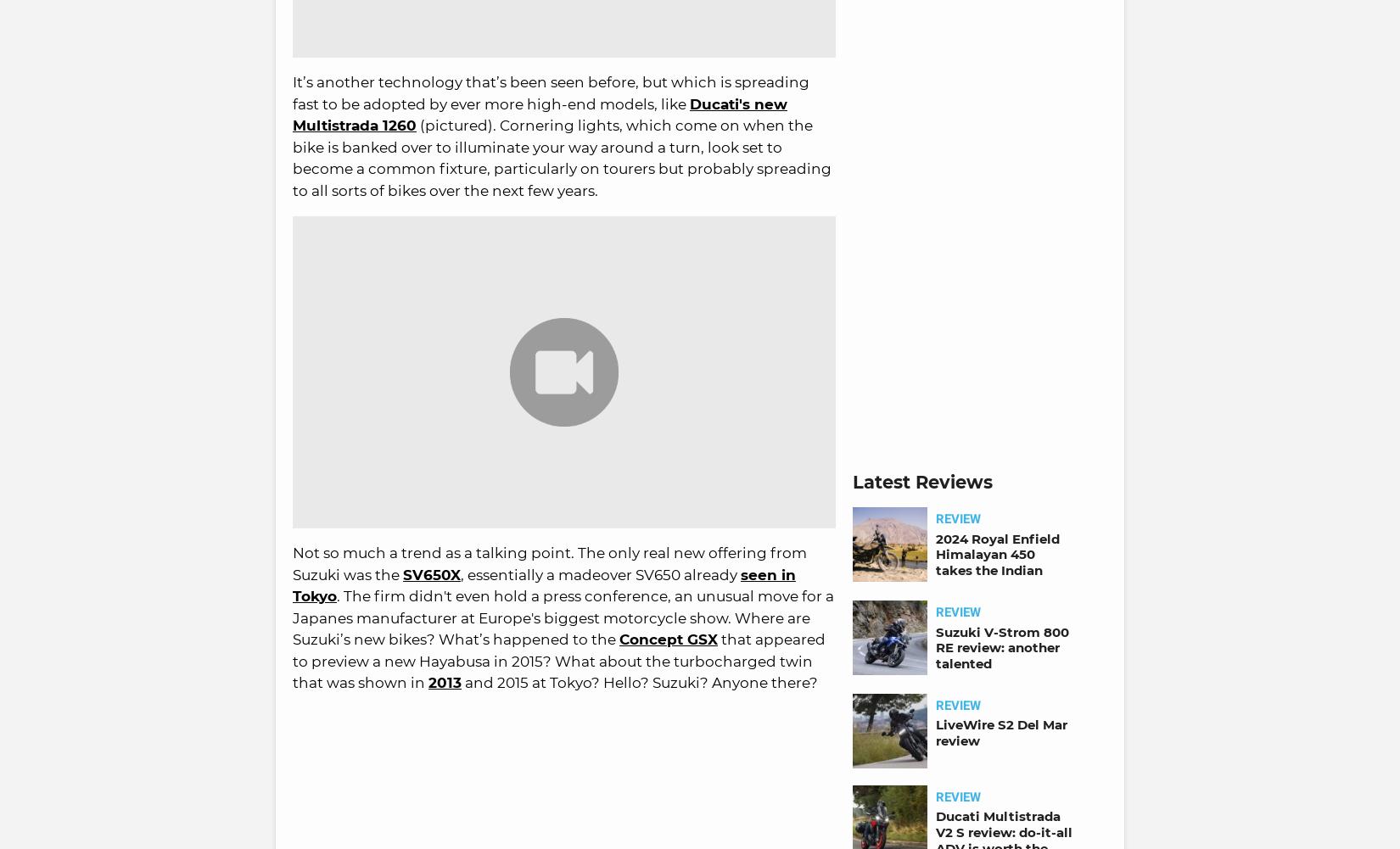 This screenshot has height=849, width=1400. I want to click on 'Not so much a trend as a talking point. The only real new offering from Suzuki was the', so click(548, 562).